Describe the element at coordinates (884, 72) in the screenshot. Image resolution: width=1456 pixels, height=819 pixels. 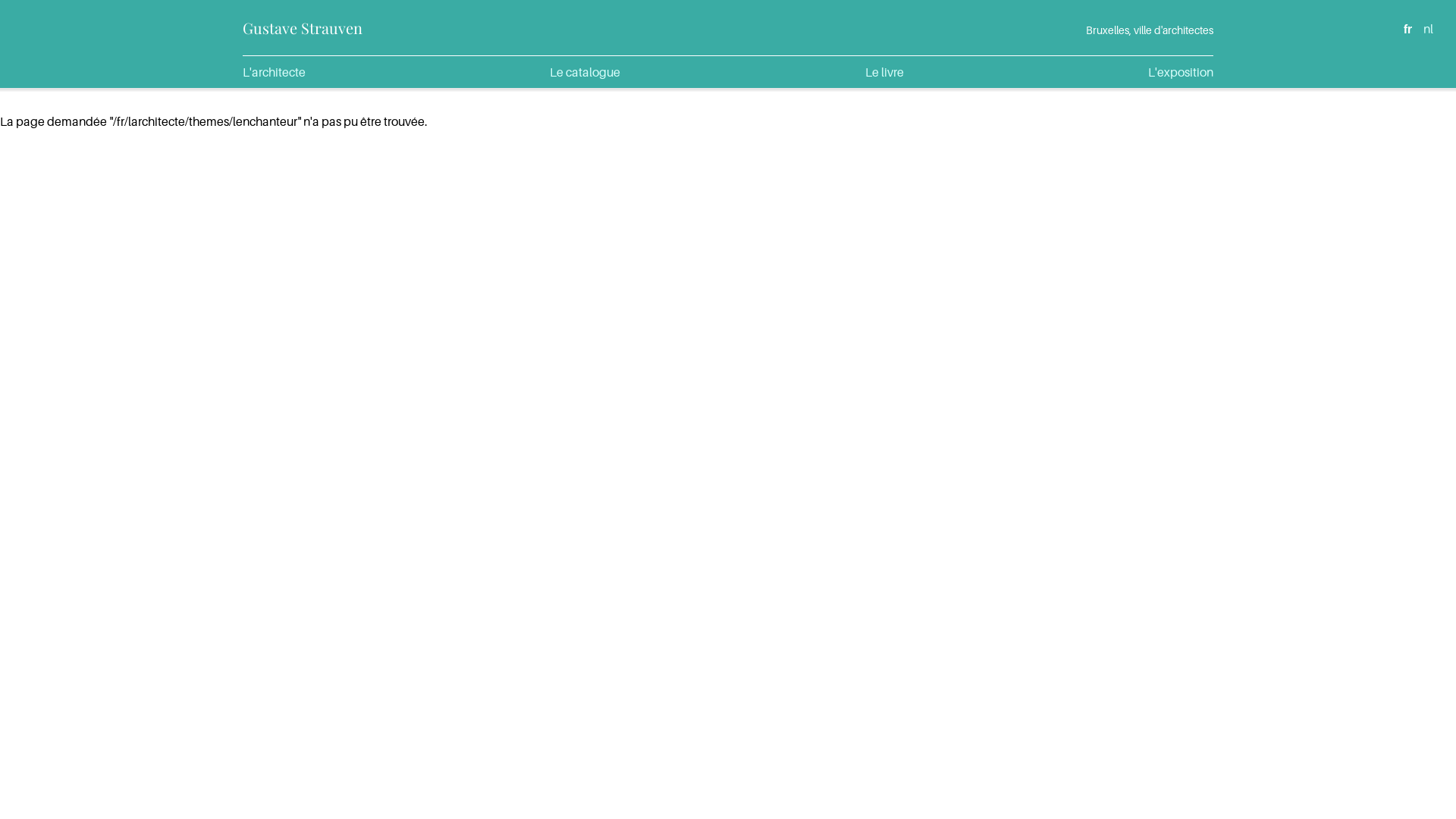
I see `'Le livre'` at that location.